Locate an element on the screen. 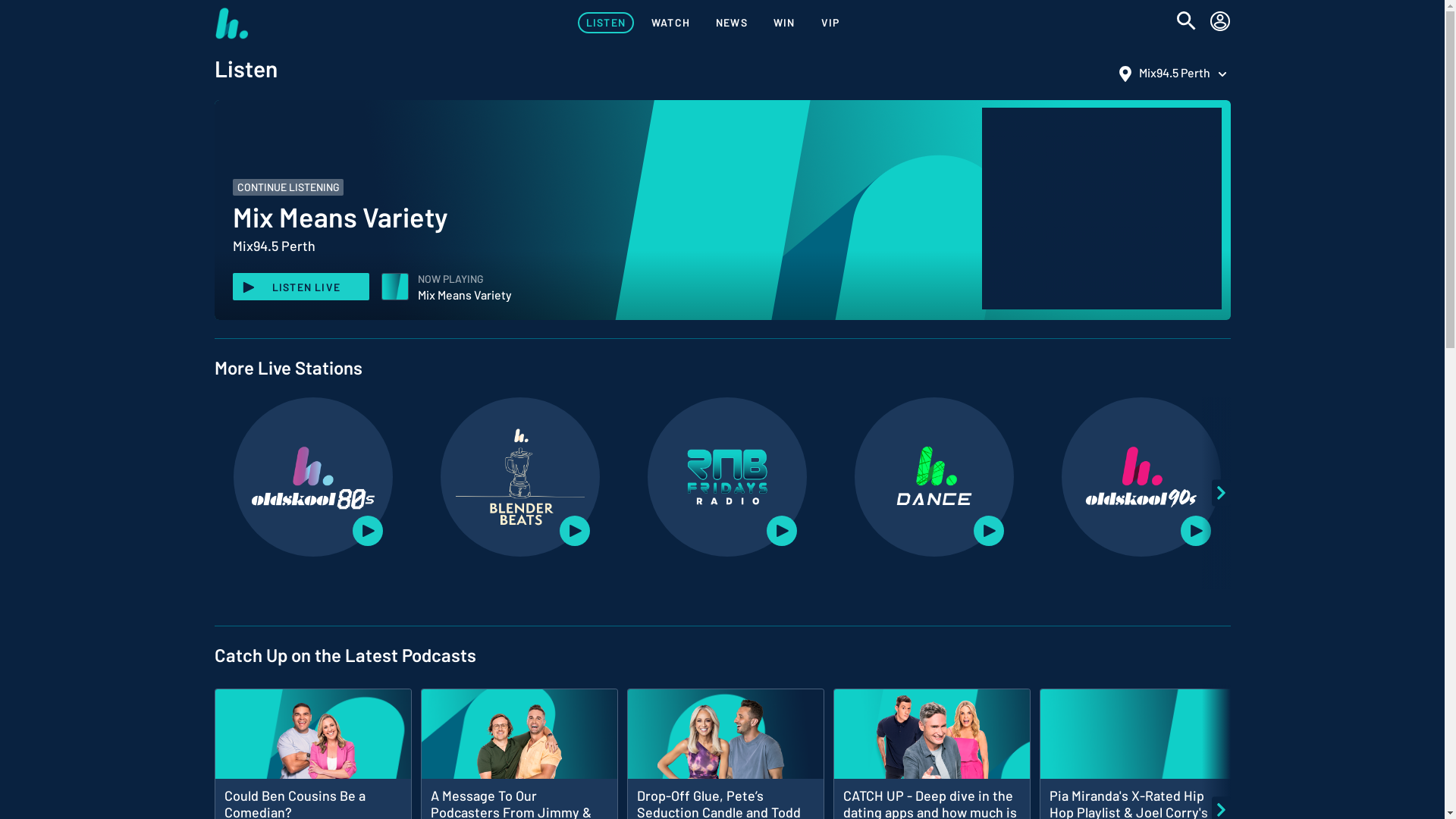 This screenshot has width=1456, height=819. 'NEWS' is located at coordinates (731, 23).